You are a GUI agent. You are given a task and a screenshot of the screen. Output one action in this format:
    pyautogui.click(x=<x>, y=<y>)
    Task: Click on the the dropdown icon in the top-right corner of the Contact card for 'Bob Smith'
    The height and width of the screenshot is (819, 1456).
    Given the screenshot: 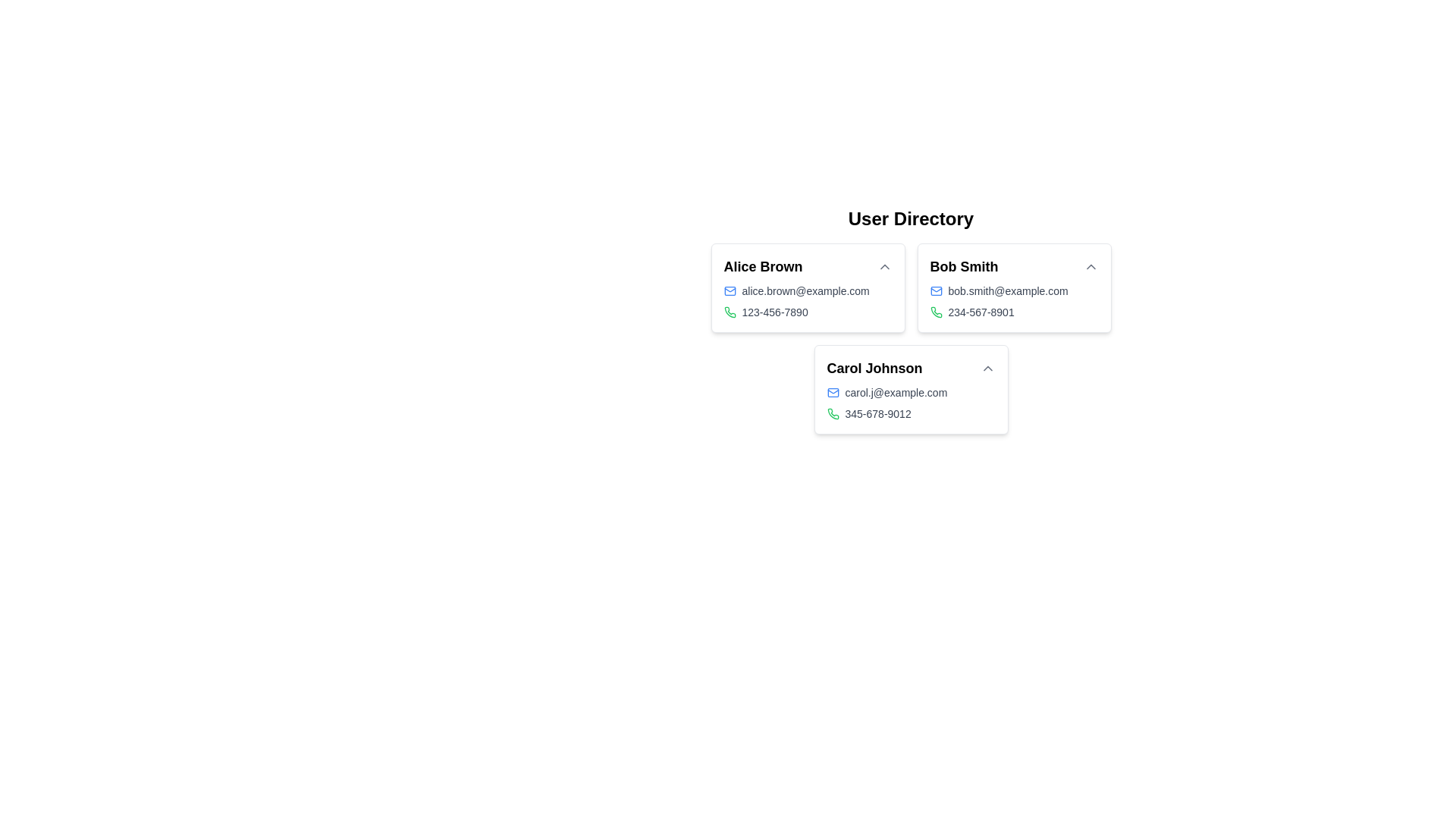 What is the action you would take?
    pyautogui.click(x=1014, y=288)
    